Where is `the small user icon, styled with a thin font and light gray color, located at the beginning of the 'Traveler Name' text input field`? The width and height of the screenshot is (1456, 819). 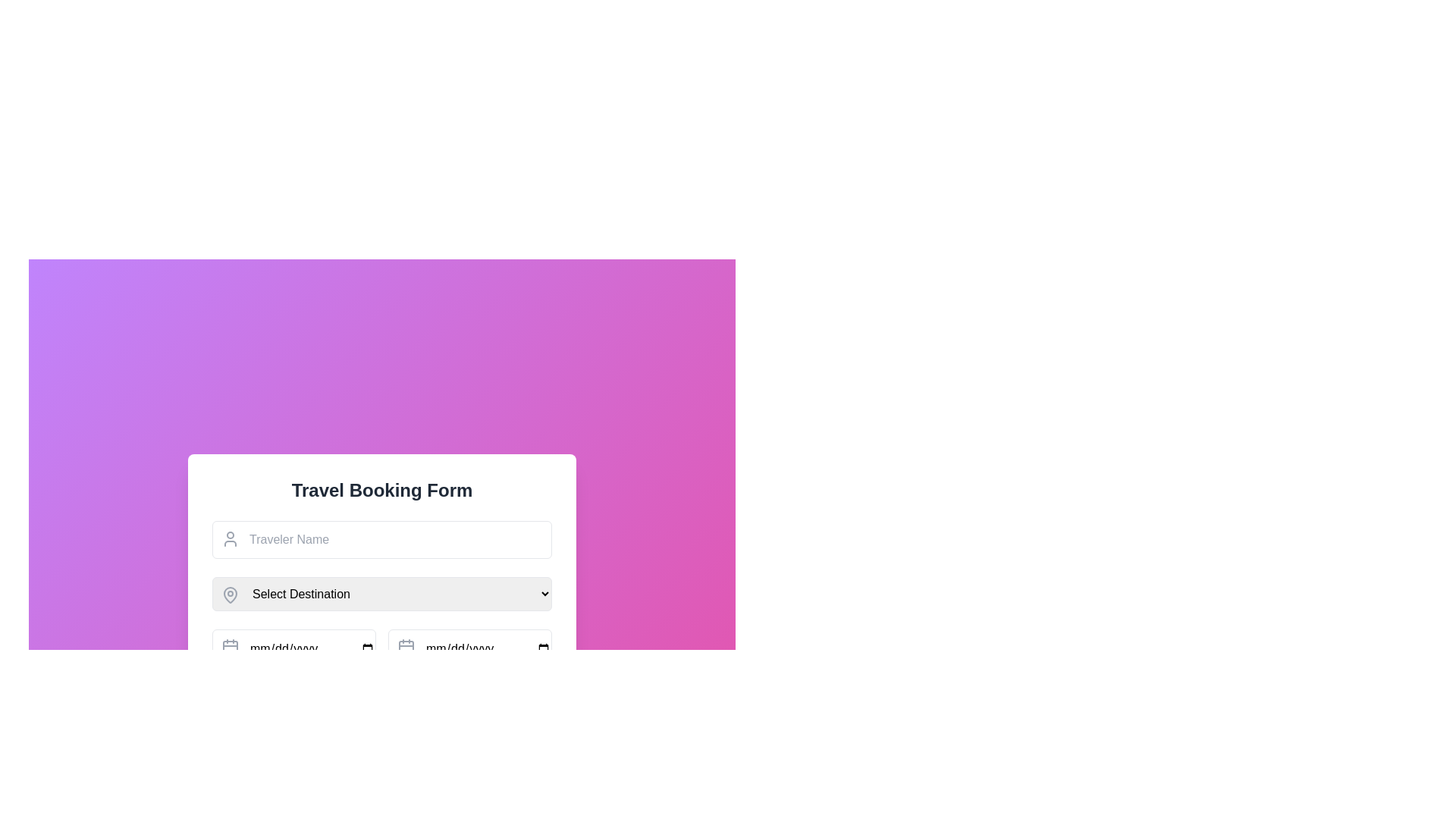
the small user icon, styled with a thin font and light gray color, located at the beginning of the 'Traveler Name' text input field is located at coordinates (229, 538).